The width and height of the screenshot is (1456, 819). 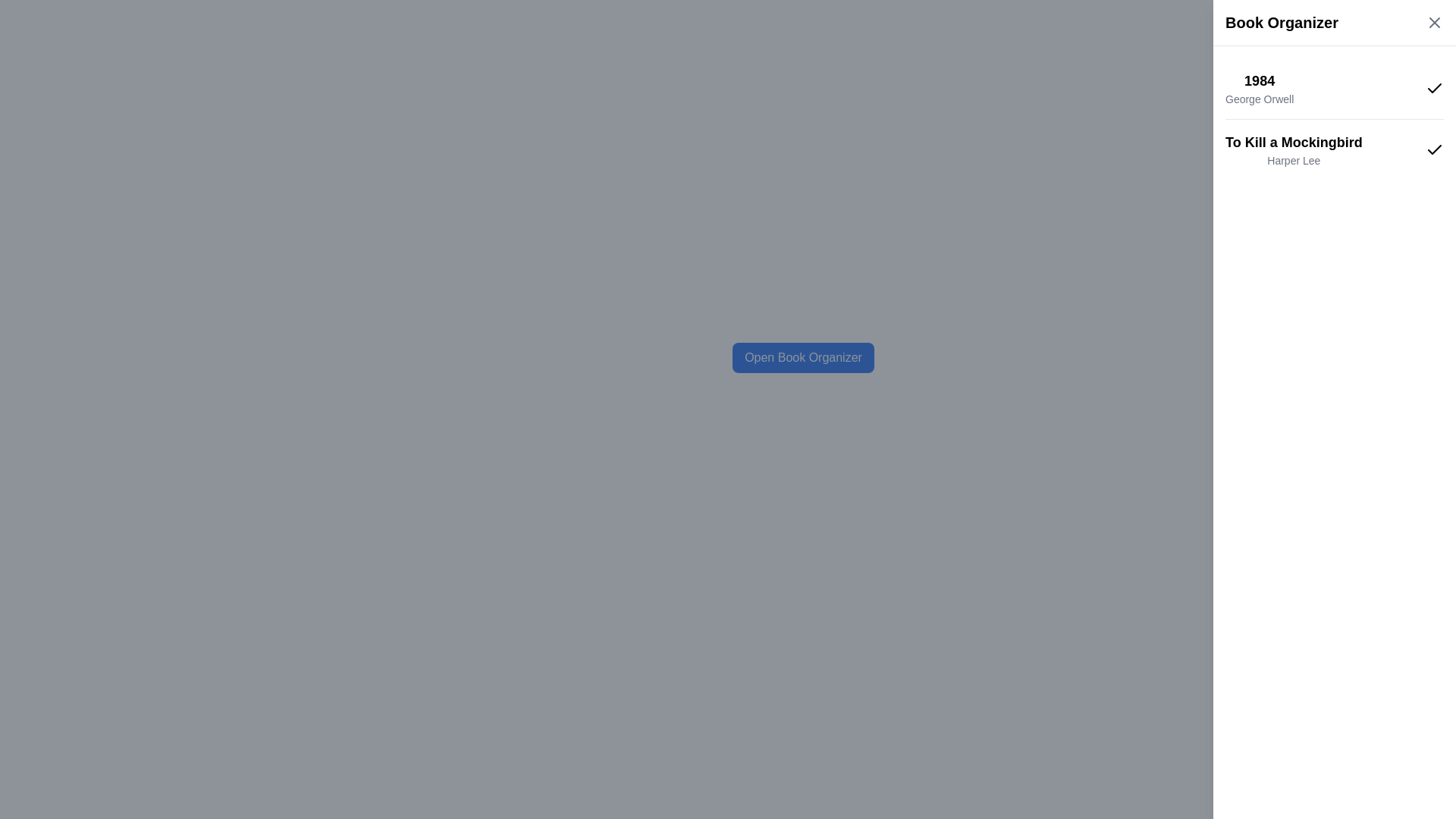 What do you see at coordinates (1335, 149) in the screenshot?
I see `the list item displaying 'To Kill a Mockingbird' by Harper Lee` at bounding box center [1335, 149].